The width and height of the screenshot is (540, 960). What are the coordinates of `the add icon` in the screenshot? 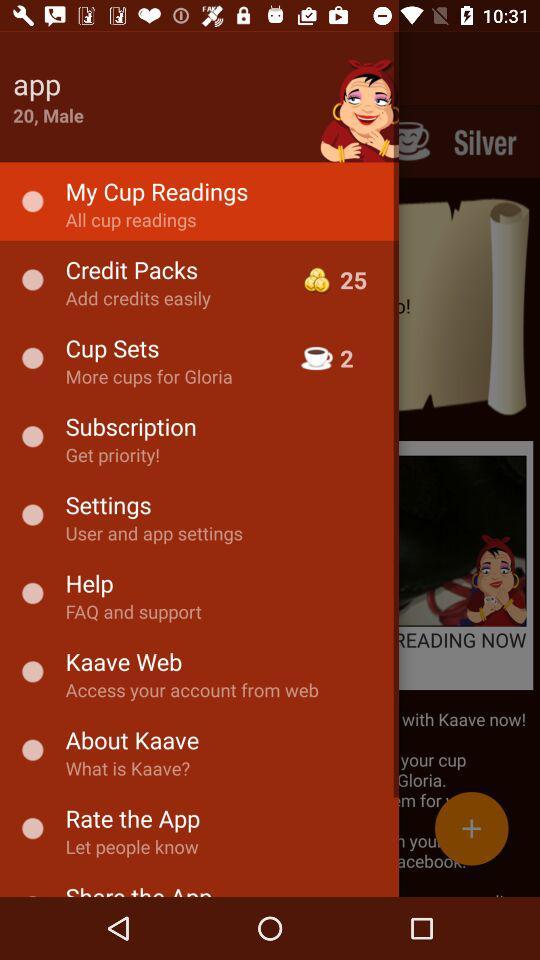 It's located at (471, 828).